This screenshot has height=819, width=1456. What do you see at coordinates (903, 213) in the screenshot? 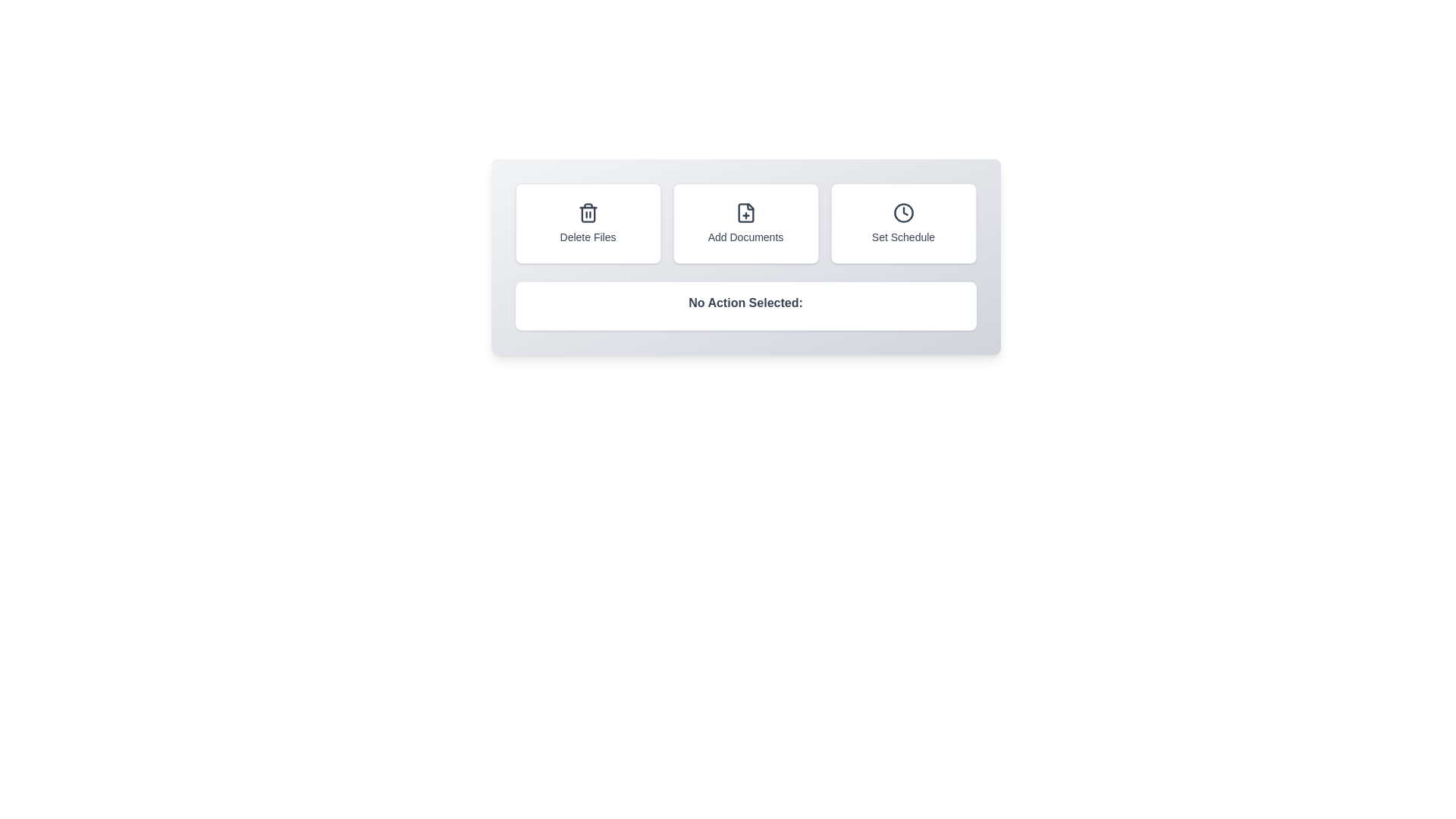
I see `the clock icon within the 'Set Schedule' button, which is a dark gray minimalist design located on the rightmost side of a three-button horizontal arrangement` at bounding box center [903, 213].